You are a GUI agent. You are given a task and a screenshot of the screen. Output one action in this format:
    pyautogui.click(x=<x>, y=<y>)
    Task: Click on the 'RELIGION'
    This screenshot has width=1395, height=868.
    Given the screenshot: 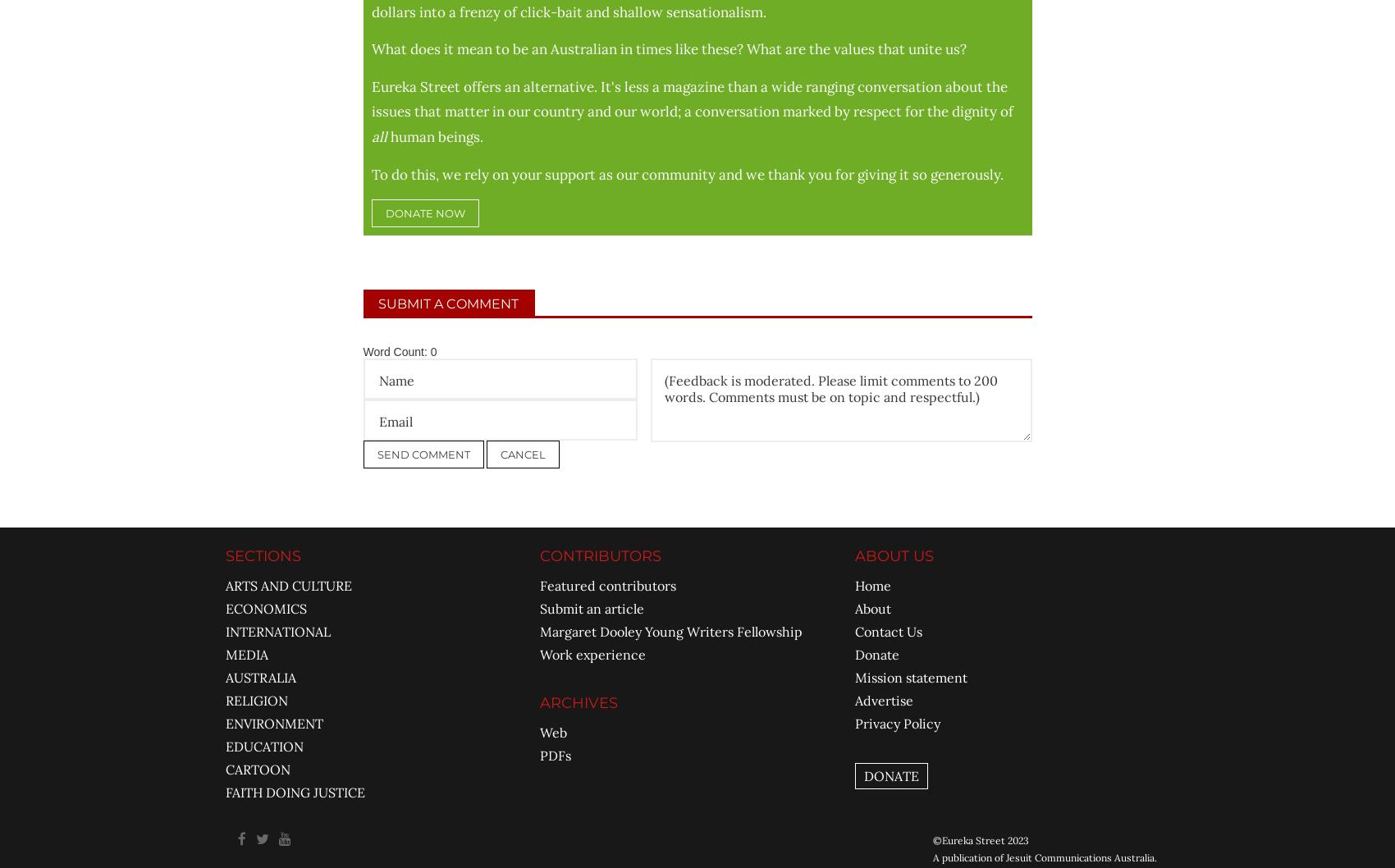 What is the action you would take?
    pyautogui.click(x=256, y=698)
    